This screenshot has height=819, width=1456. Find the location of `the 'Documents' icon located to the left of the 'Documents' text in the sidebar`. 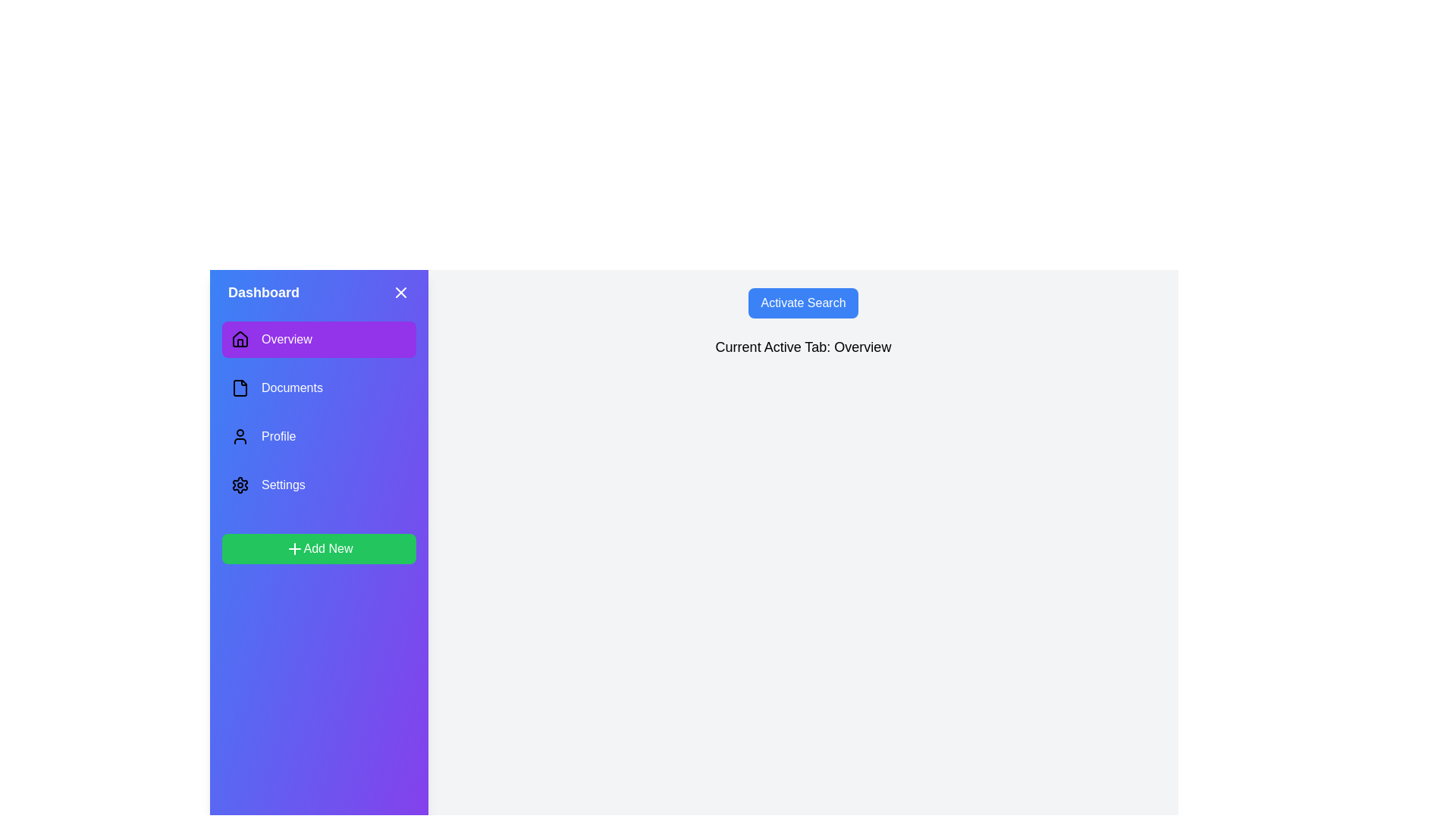

the 'Documents' icon located to the left of the 'Documents' text in the sidebar is located at coordinates (239, 388).